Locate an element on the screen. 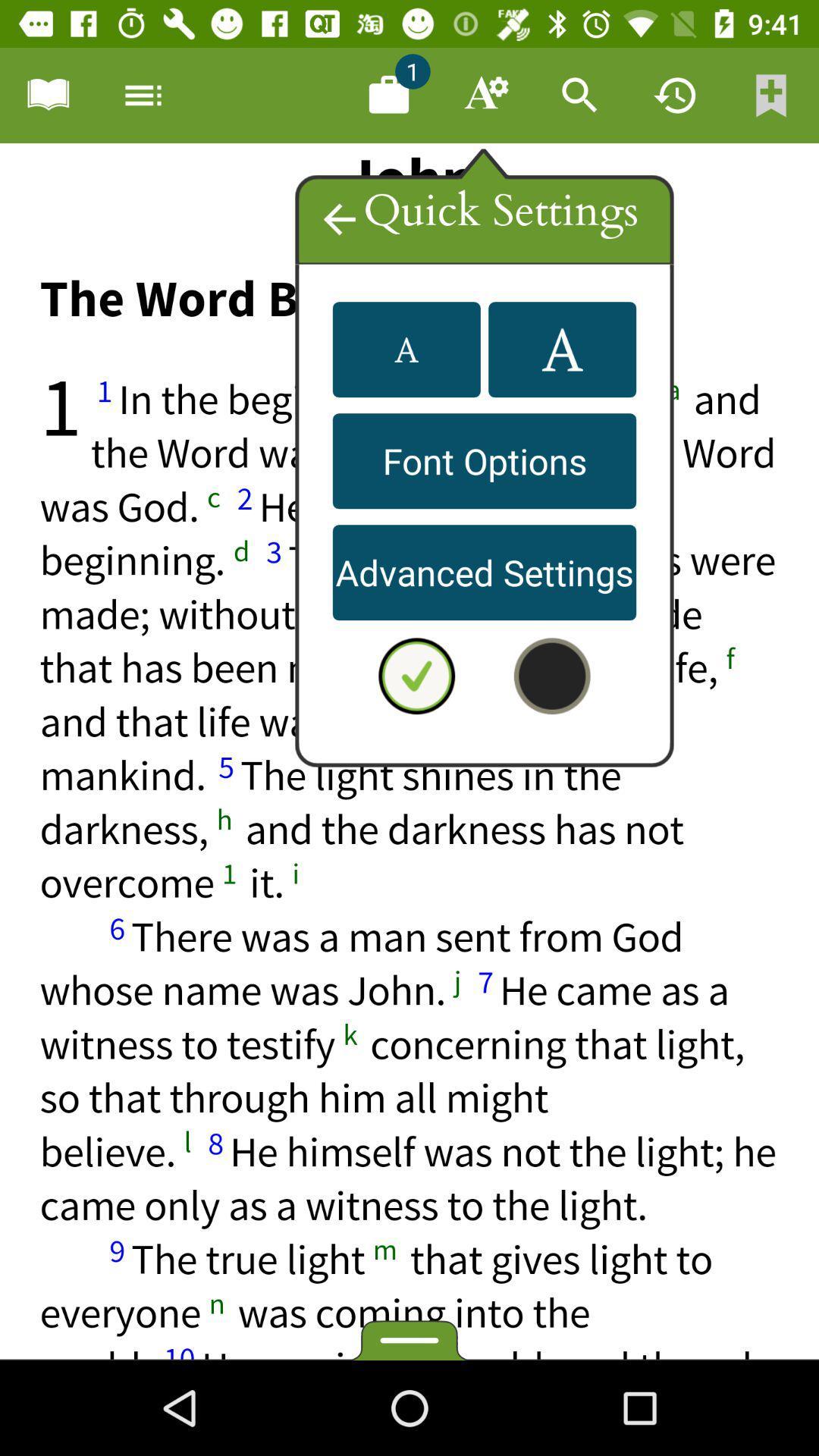 Image resolution: width=819 pixels, height=1456 pixels. search text is located at coordinates (579, 94).